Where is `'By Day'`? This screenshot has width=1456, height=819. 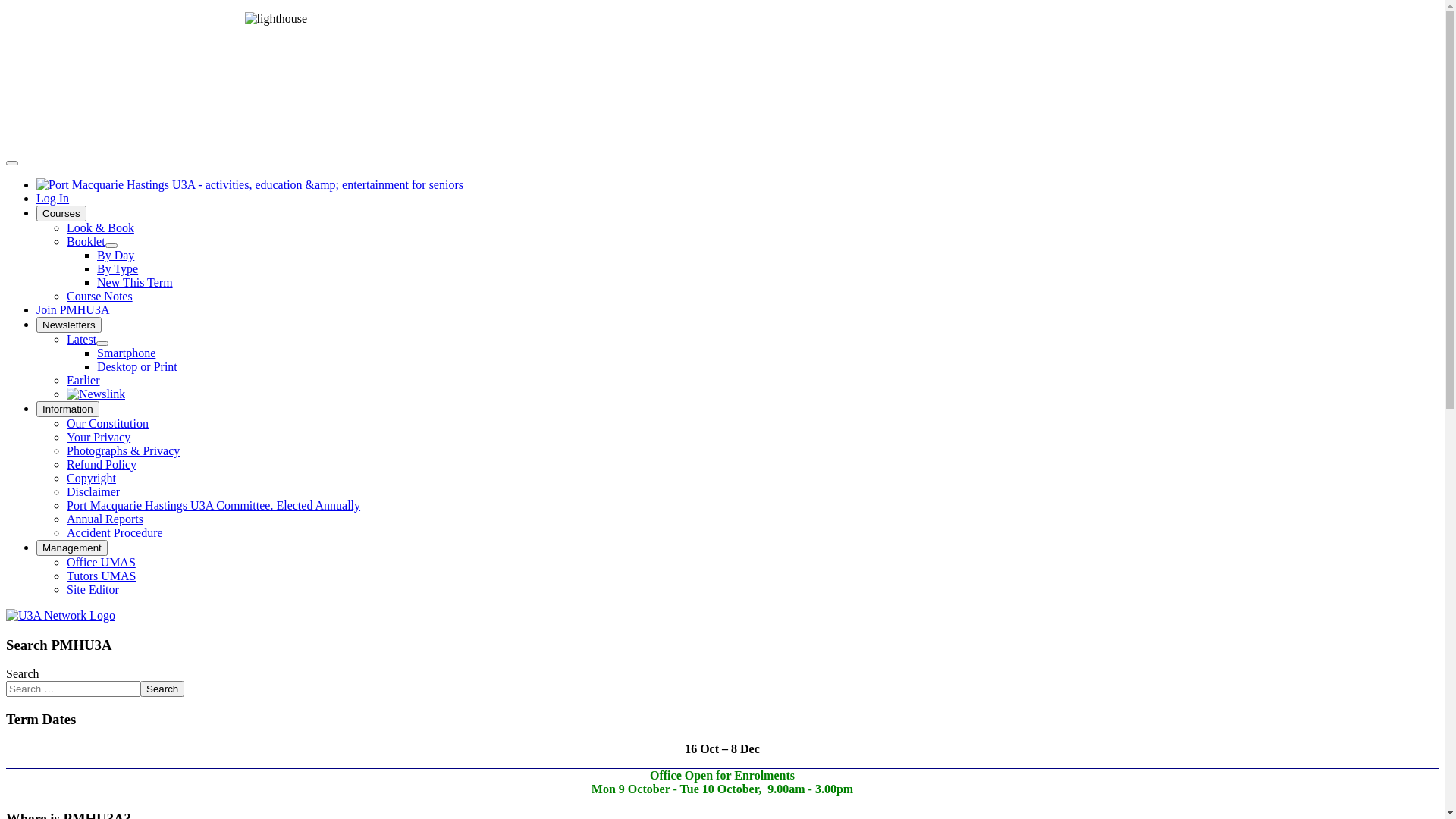 'By Day' is located at coordinates (115, 254).